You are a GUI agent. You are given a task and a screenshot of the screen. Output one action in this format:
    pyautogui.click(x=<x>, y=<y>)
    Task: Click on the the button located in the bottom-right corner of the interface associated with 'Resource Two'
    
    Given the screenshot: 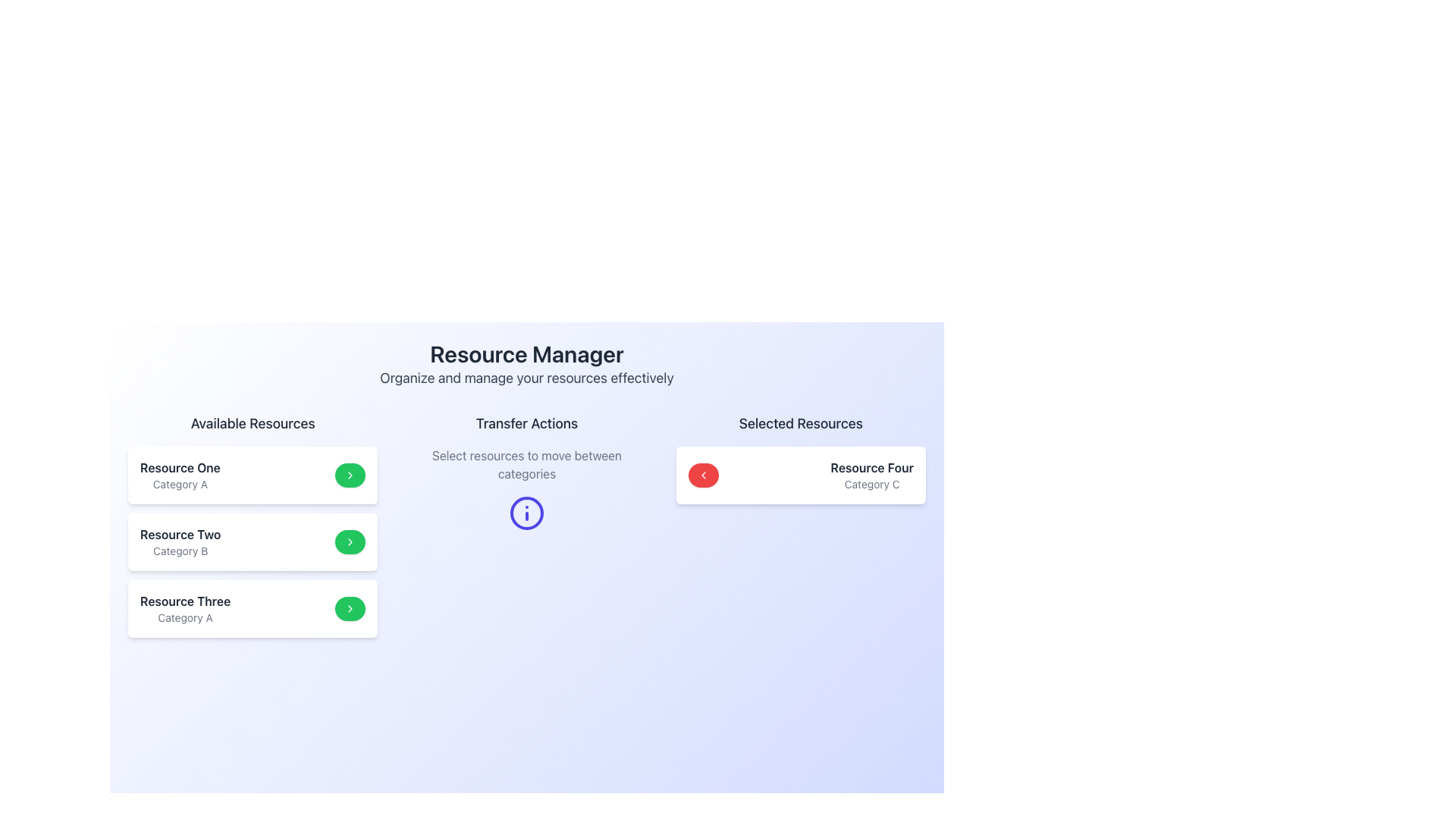 What is the action you would take?
    pyautogui.click(x=350, y=541)
    